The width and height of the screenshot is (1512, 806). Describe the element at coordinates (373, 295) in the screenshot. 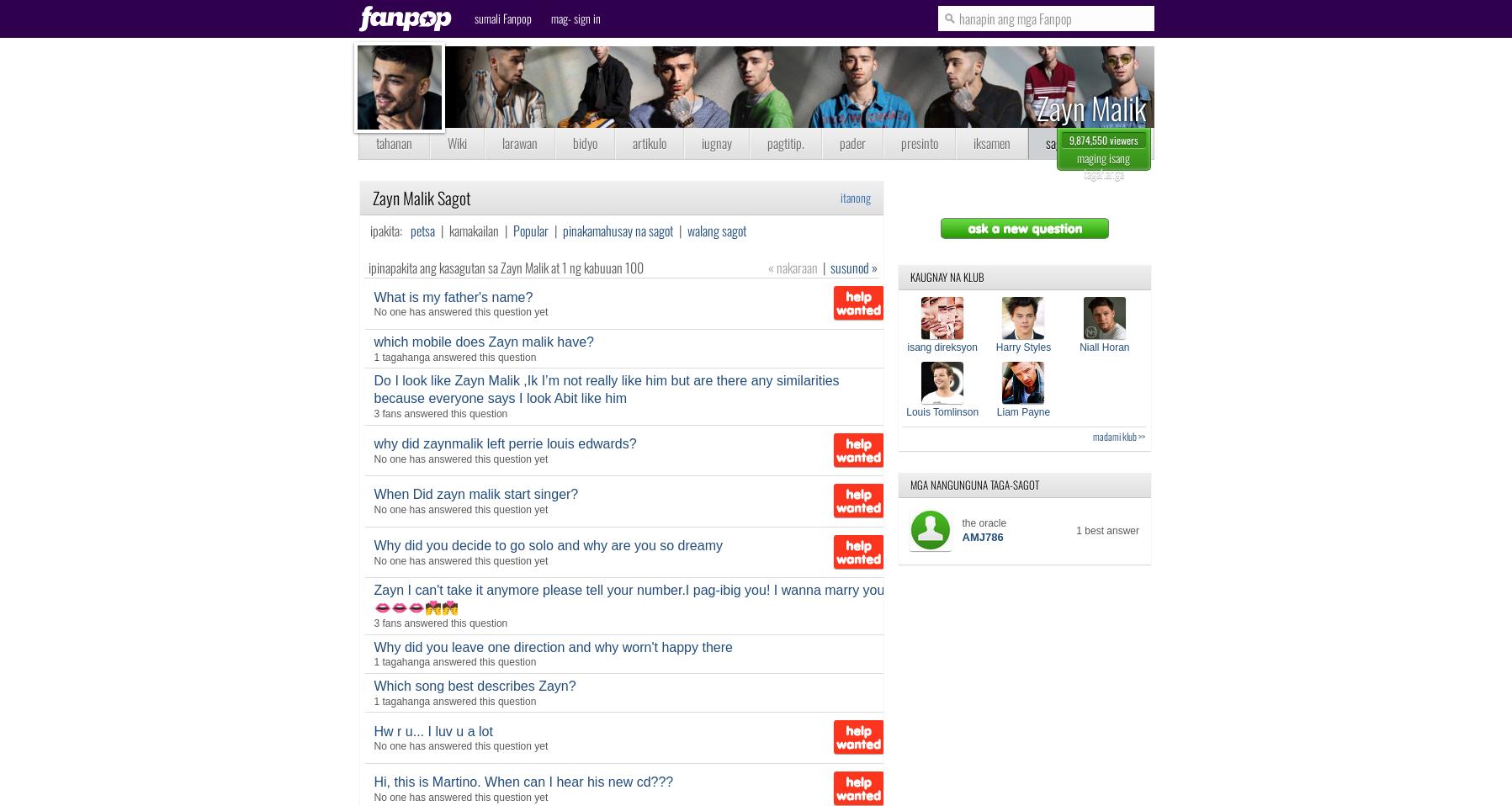

I see `'What is my father's name?'` at that location.